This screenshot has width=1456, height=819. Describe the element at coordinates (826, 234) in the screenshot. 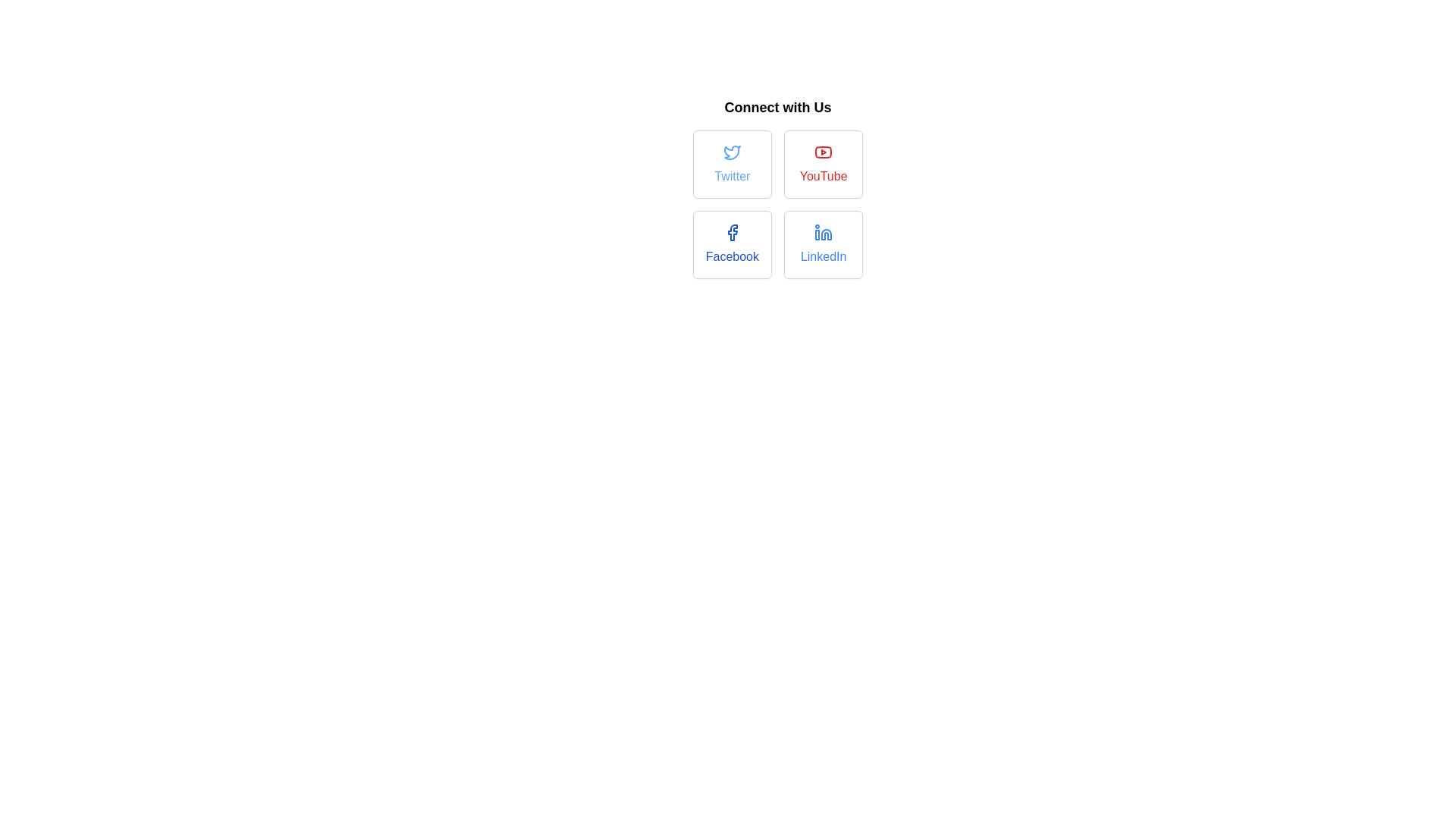

I see `the LinkedIn icon, which features a lowercase 'i' and is located in the second row of a 2x2 grid layout` at that location.